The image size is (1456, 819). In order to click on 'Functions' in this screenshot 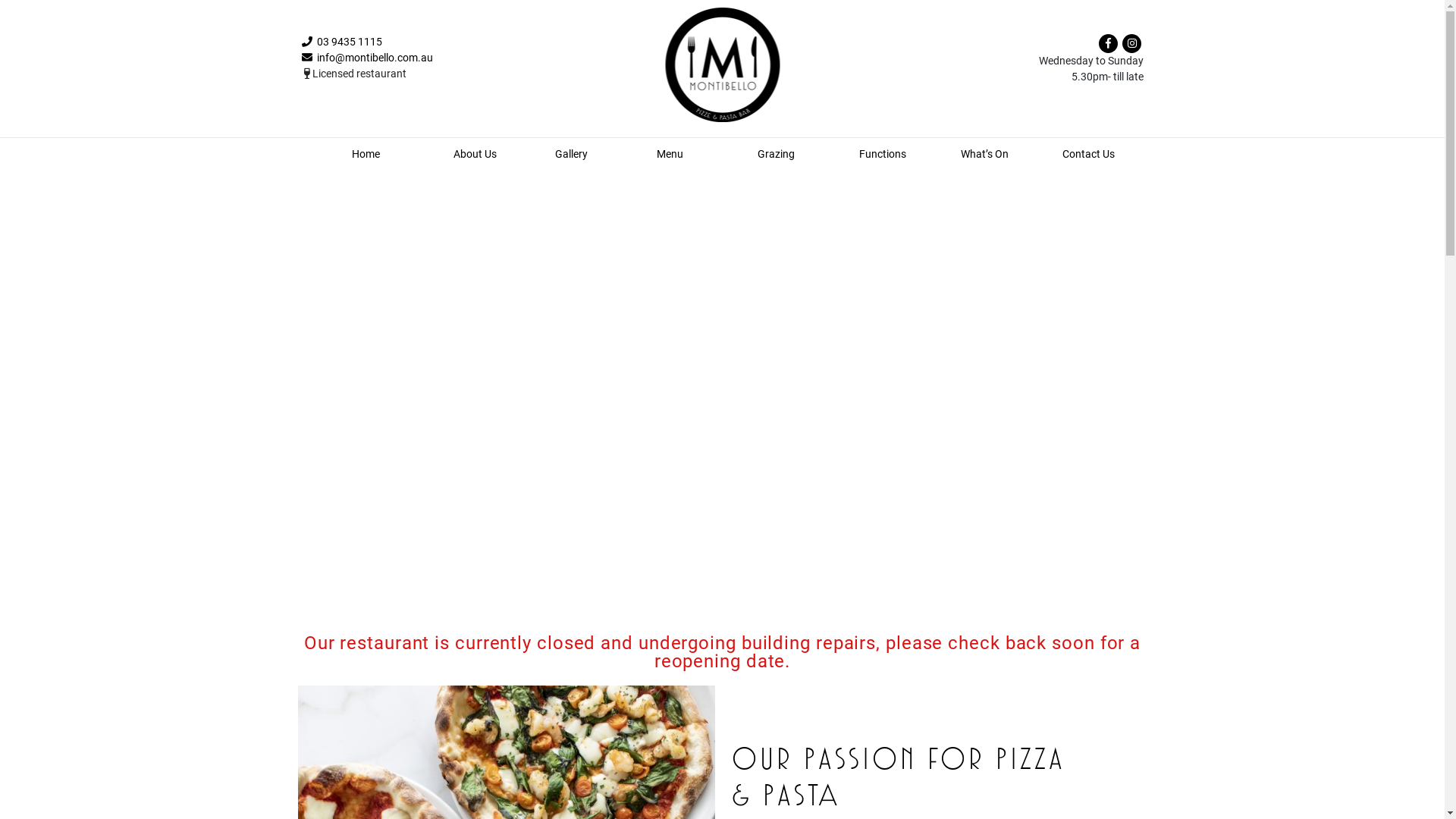, I will do `click(858, 154)`.